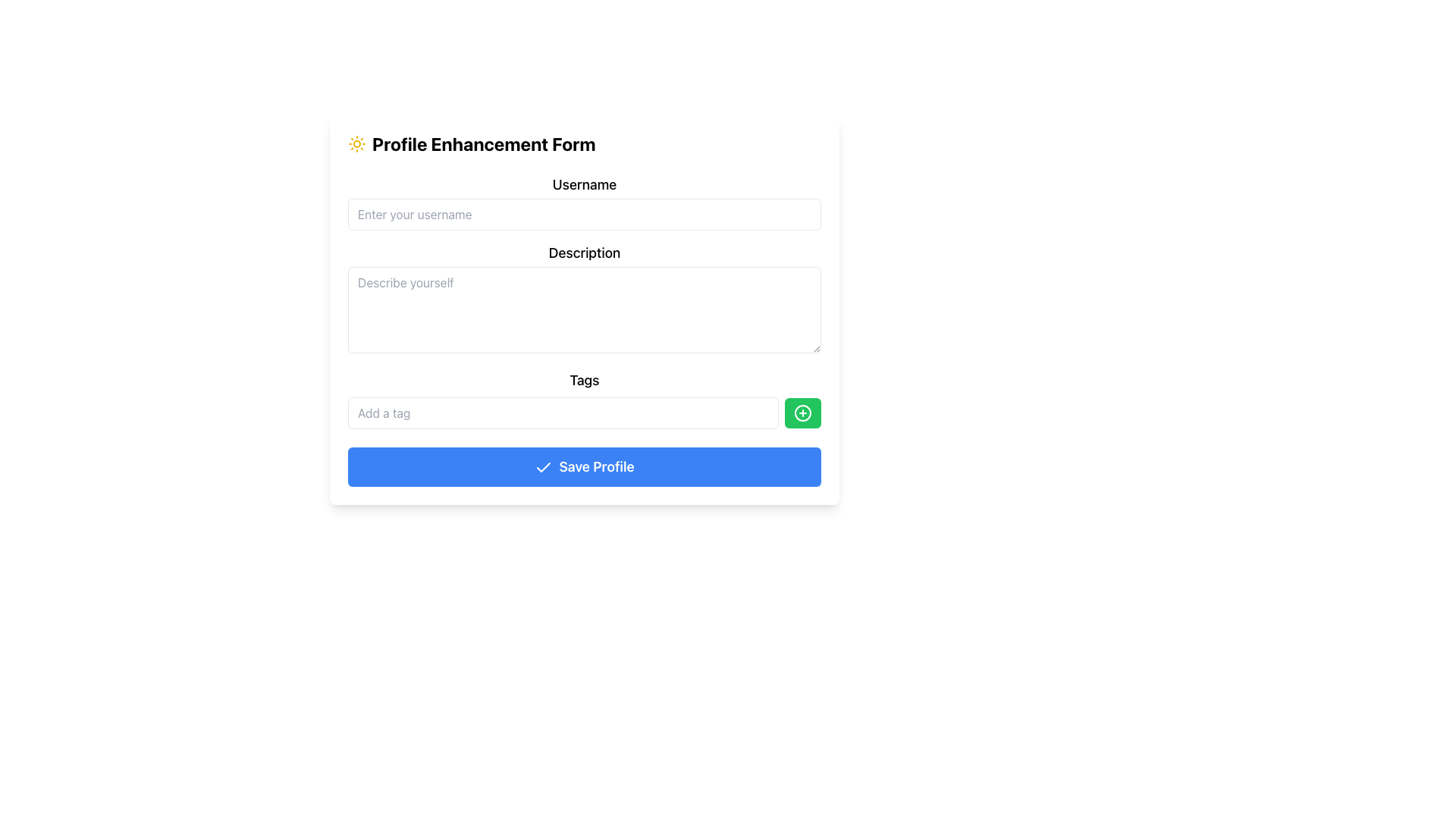 The height and width of the screenshot is (819, 1456). What do you see at coordinates (544, 467) in the screenshot?
I see `the confirmation icon located inside the 'Save Profile' button, positioned towards its left edge` at bounding box center [544, 467].